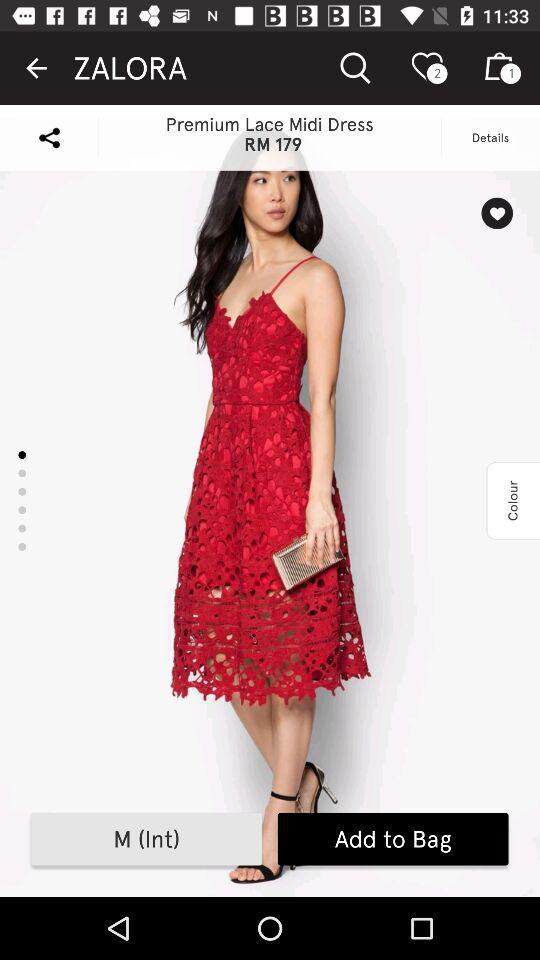 This screenshot has width=540, height=960. What do you see at coordinates (49, 136) in the screenshot?
I see `share item` at bounding box center [49, 136].